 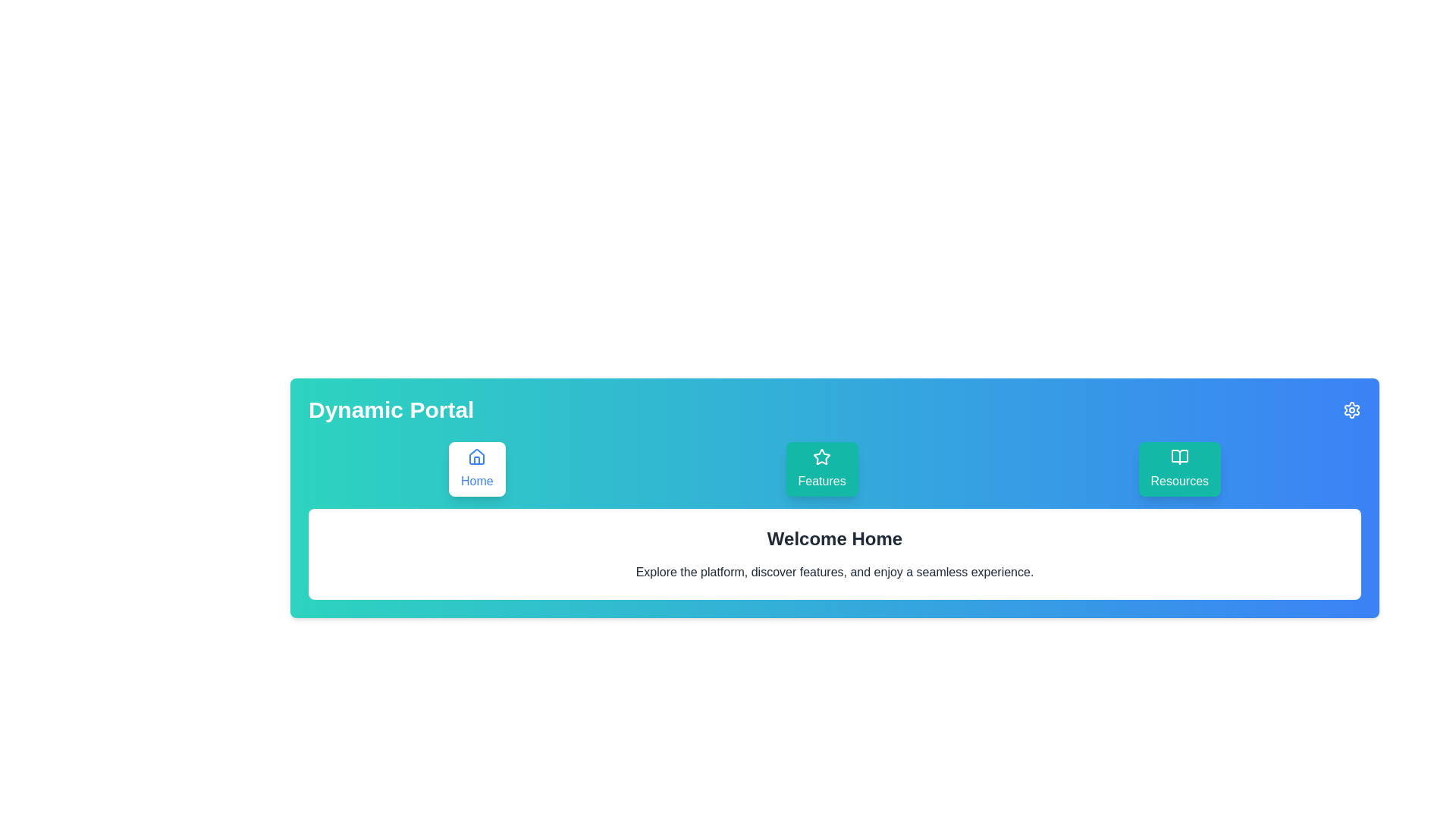 I want to click on the leftmost navigation button in the upper section of the page, so click(x=476, y=468).